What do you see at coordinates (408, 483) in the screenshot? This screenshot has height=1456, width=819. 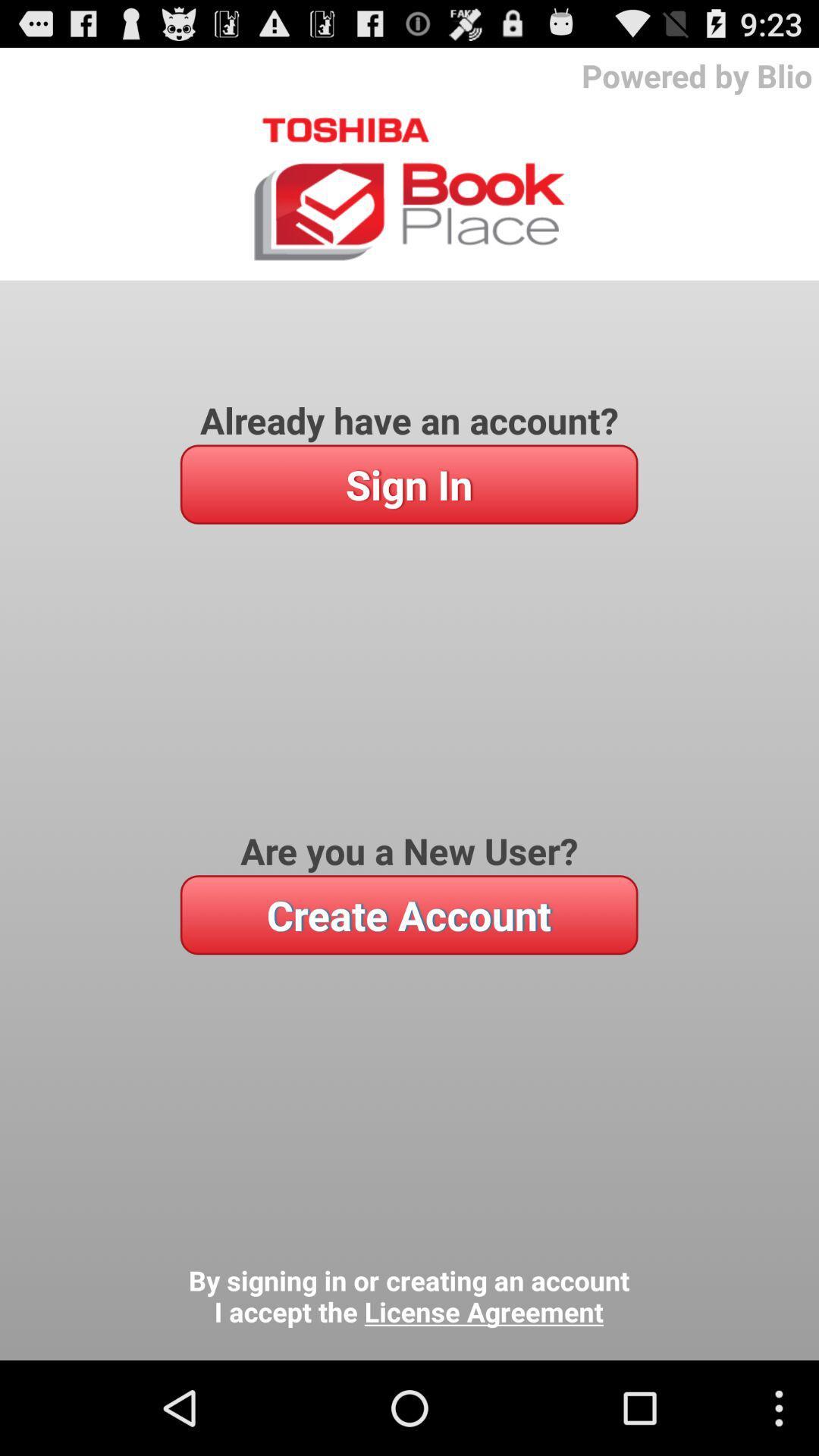 I see `the icon below already have an` at bounding box center [408, 483].